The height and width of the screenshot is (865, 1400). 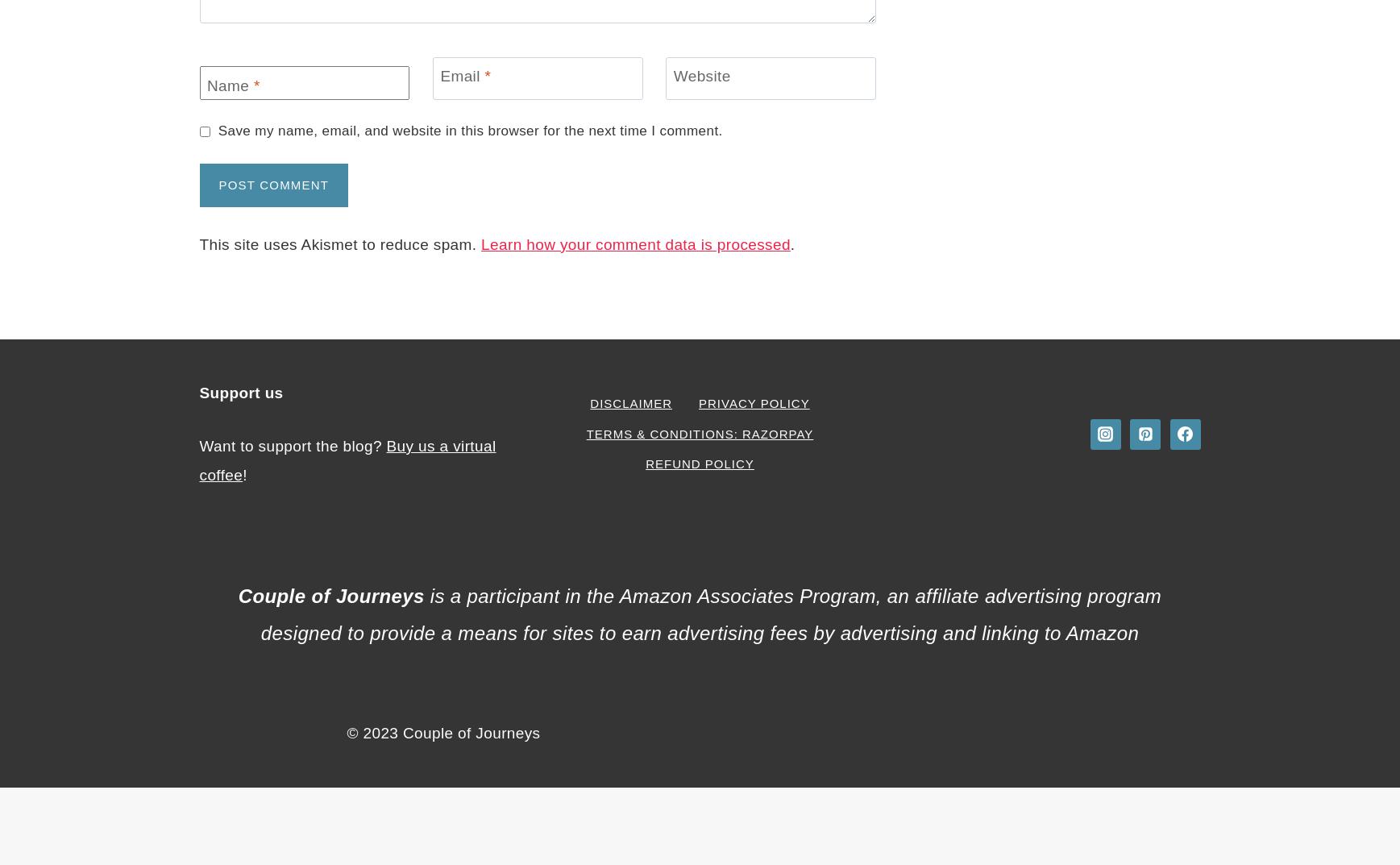 What do you see at coordinates (292, 445) in the screenshot?
I see `'Want to support the blog?'` at bounding box center [292, 445].